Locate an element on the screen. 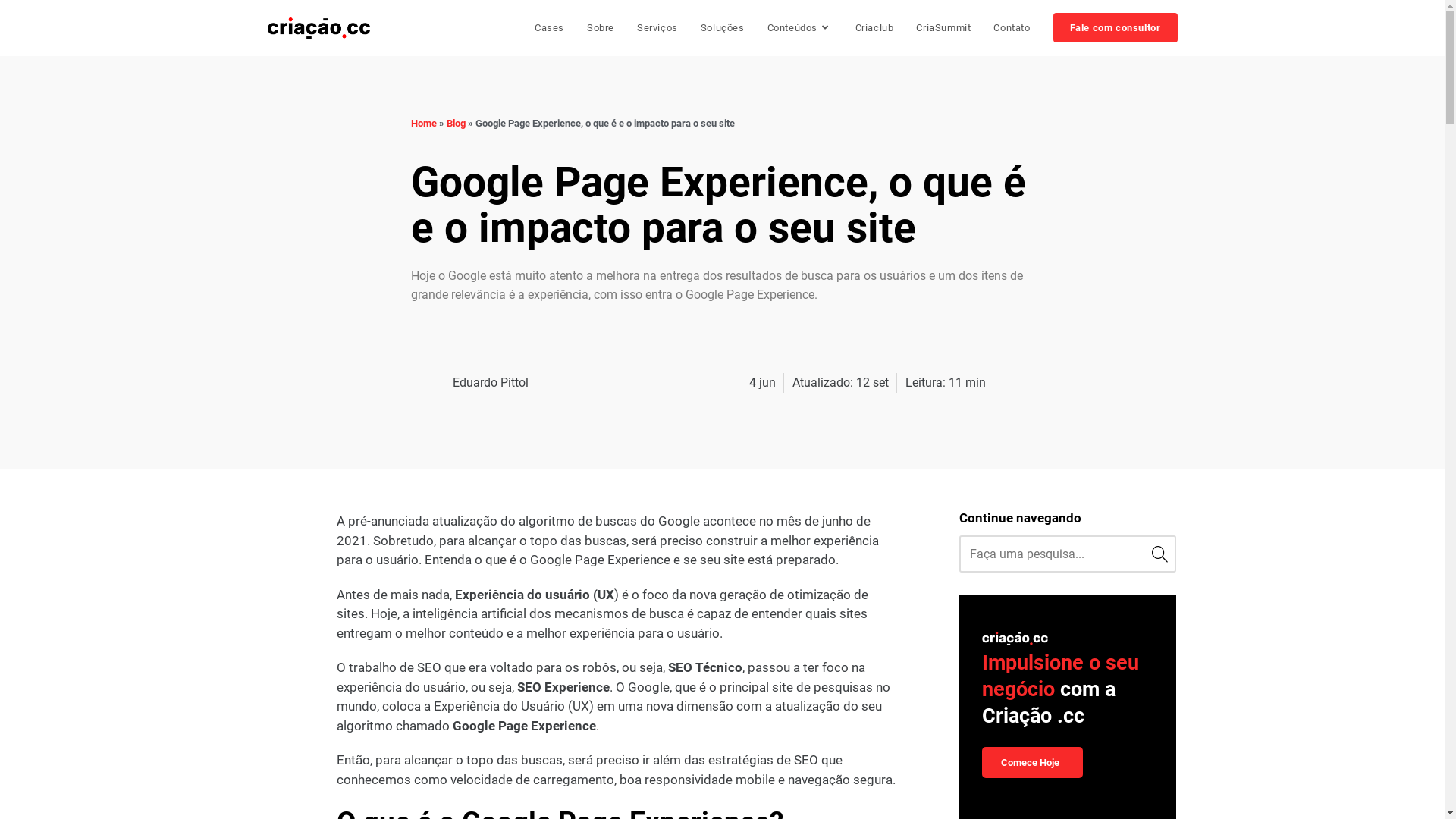 The height and width of the screenshot is (819, 1456). 'Eduardo Pittol' is located at coordinates (469, 382).